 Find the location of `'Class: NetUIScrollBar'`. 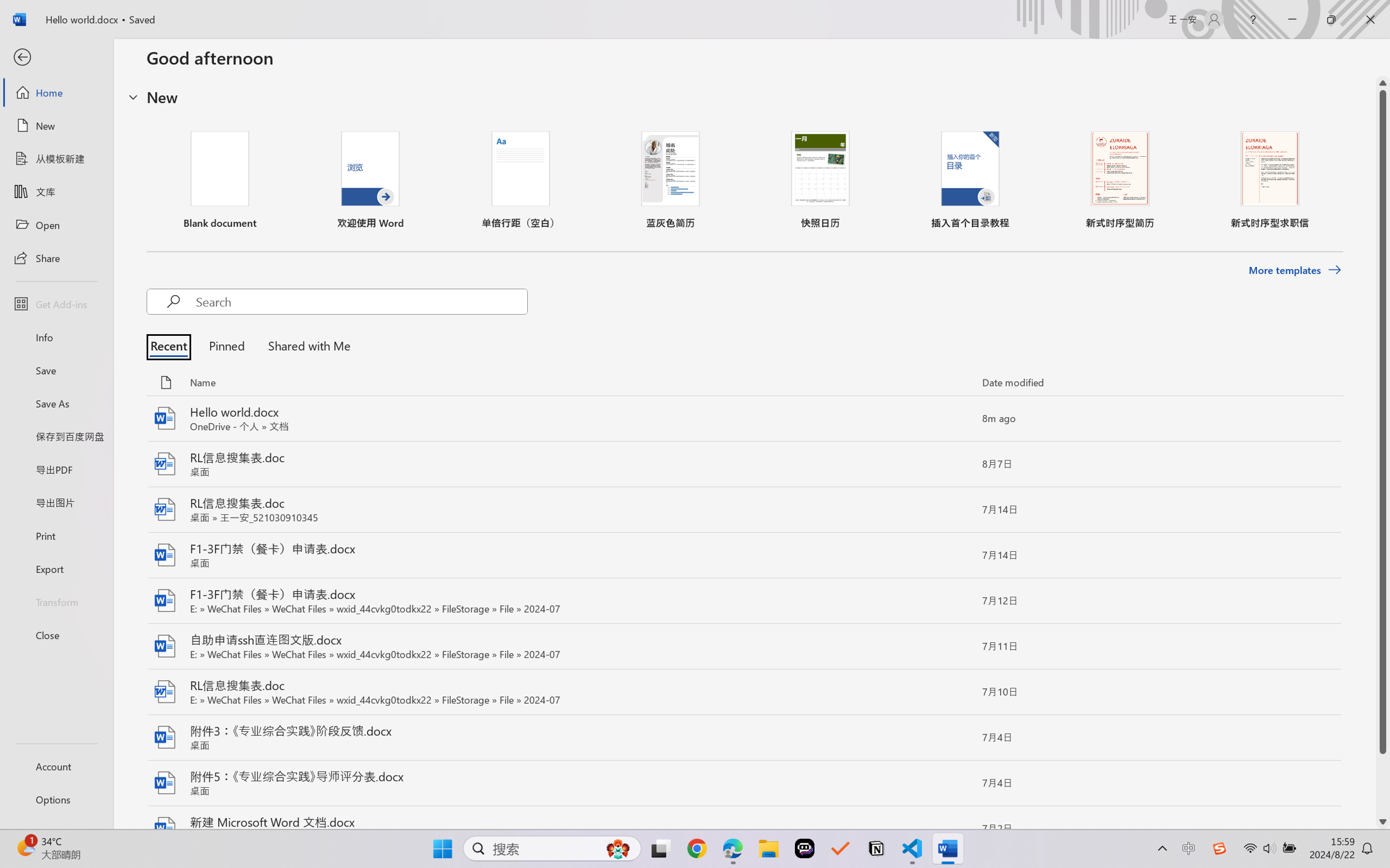

'Class: NetUIScrollBar' is located at coordinates (1383, 452).